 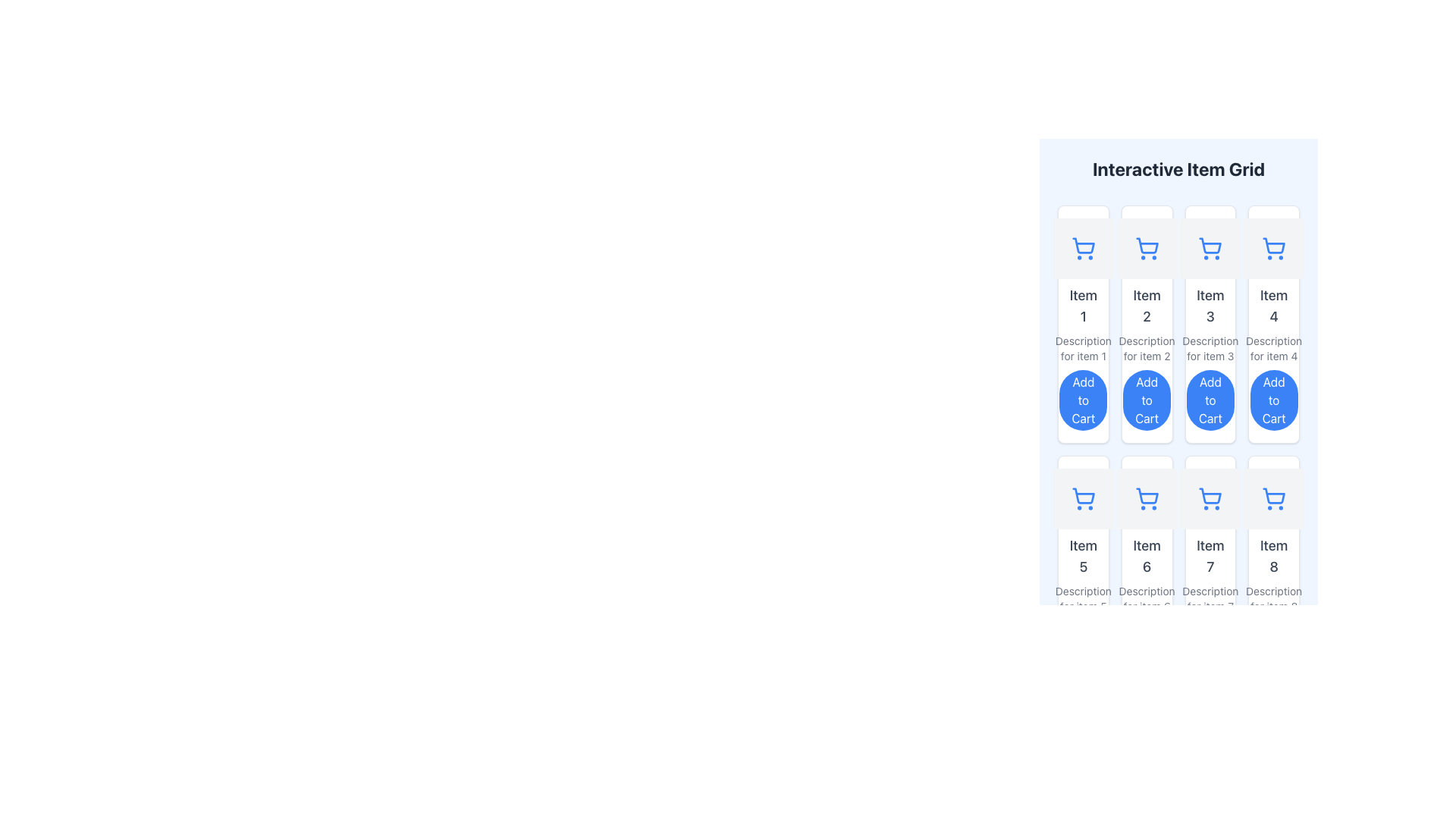 What do you see at coordinates (1082, 499) in the screenshot?
I see `the shopping icon button located in the first column of the second row, which represents actions related to adding items to a cart` at bounding box center [1082, 499].